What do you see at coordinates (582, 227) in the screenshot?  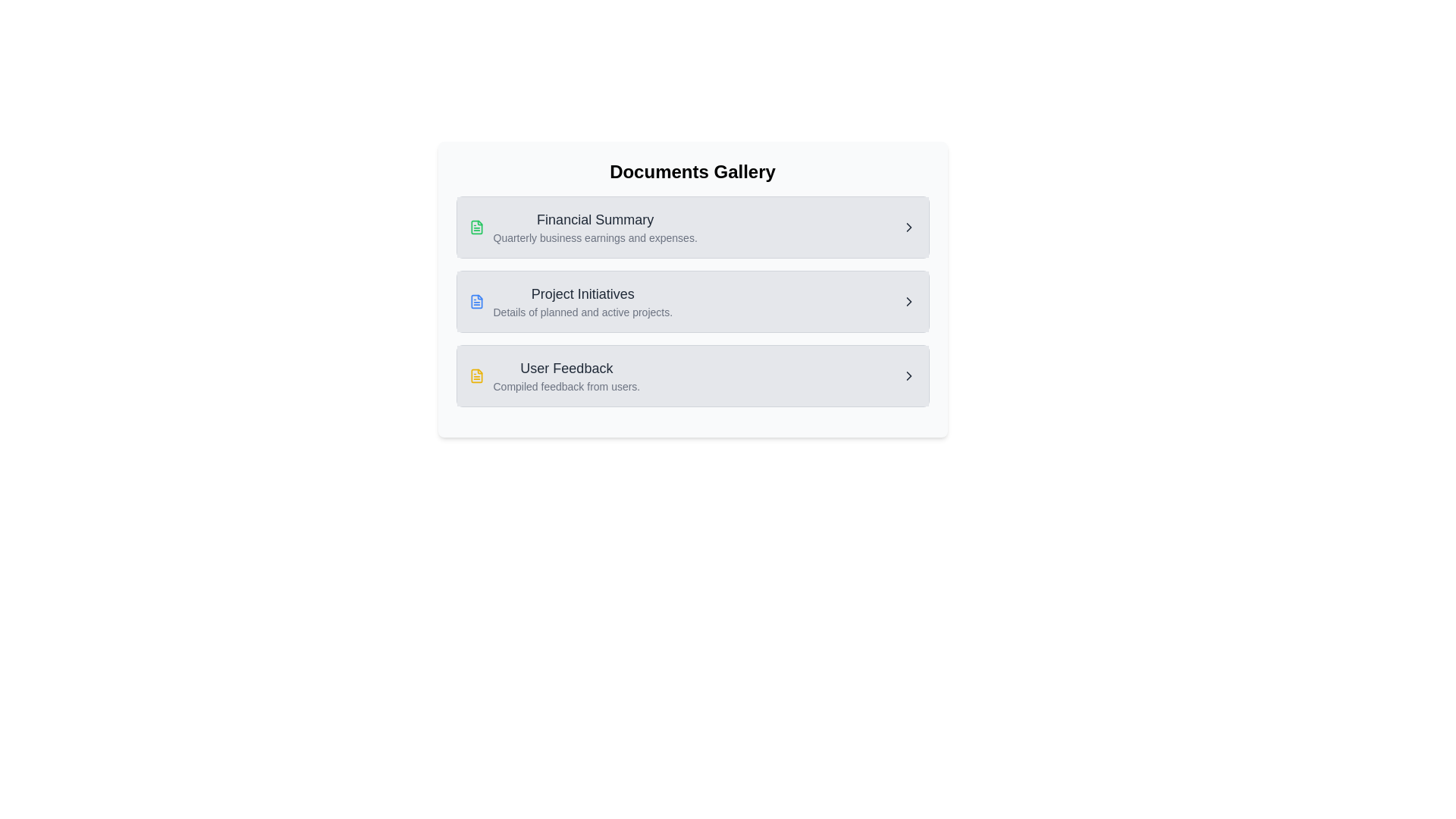 I see `the 'Financial Summary' list item, which features a prominent title and a document icon` at bounding box center [582, 227].